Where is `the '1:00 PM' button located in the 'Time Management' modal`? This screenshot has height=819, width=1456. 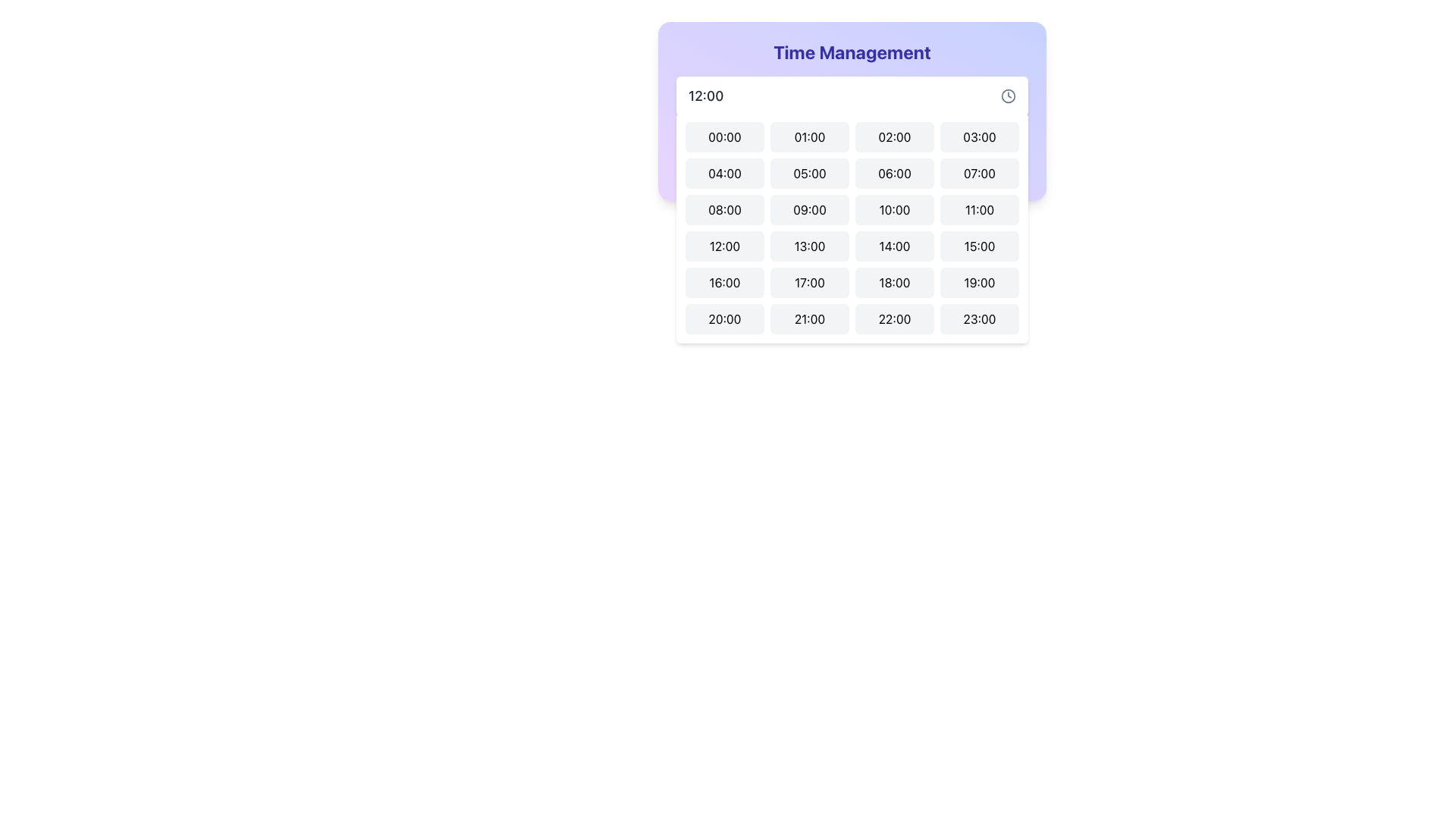 the '1:00 PM' button located in the 'Time Management' modal is located at coordinates (809, 245).